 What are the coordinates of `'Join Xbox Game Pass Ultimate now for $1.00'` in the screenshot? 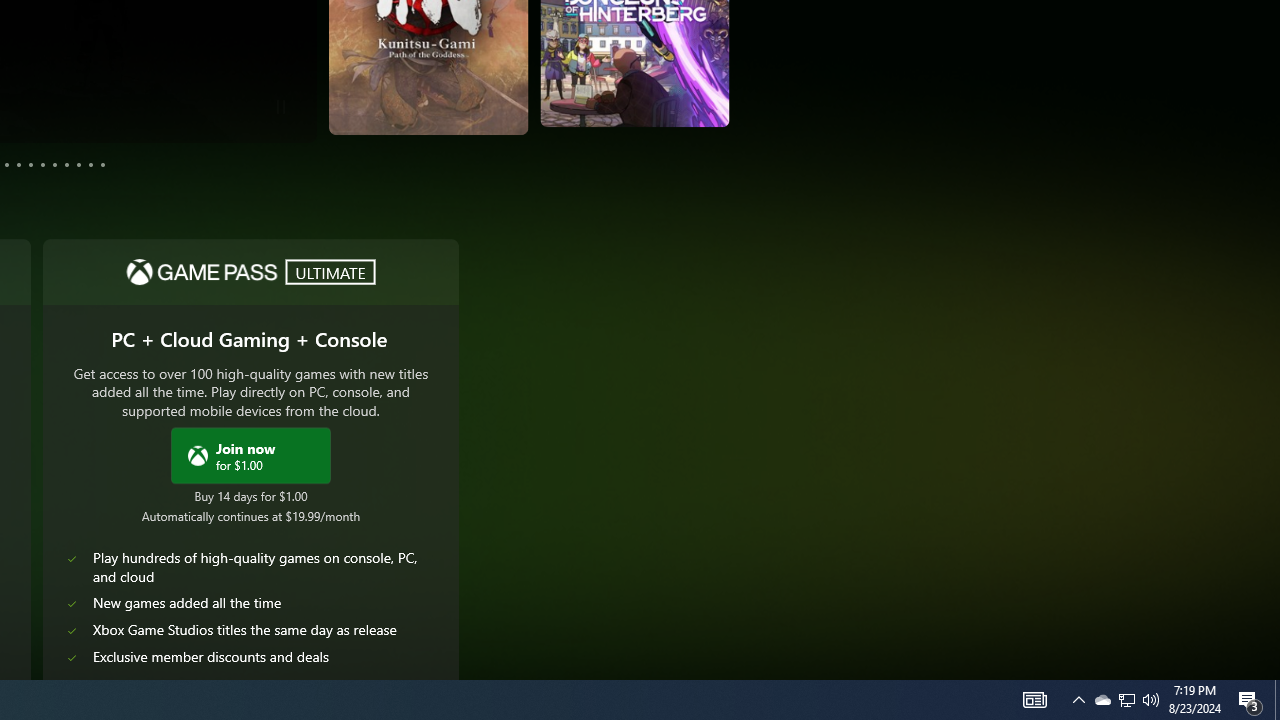 It's located at (250, 455).